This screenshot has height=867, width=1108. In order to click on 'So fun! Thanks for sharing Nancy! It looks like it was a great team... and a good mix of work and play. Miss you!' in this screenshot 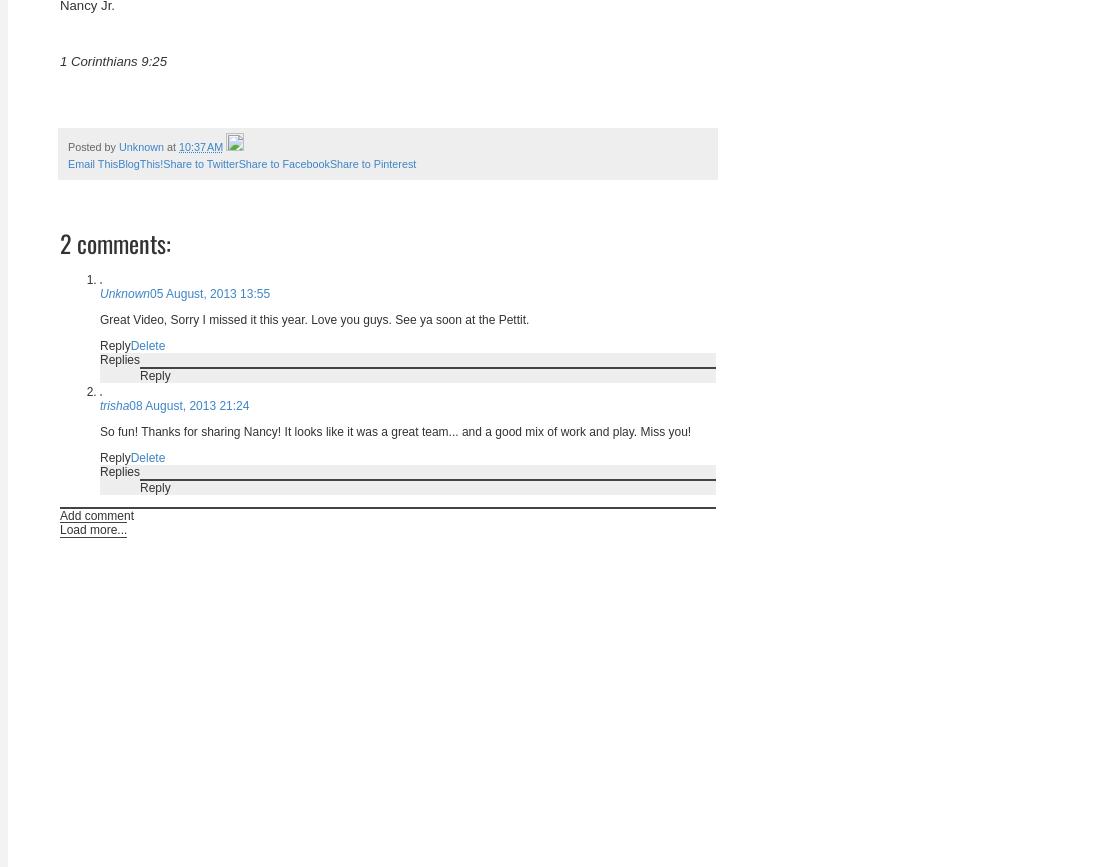, I will do `click(395, 430)`.